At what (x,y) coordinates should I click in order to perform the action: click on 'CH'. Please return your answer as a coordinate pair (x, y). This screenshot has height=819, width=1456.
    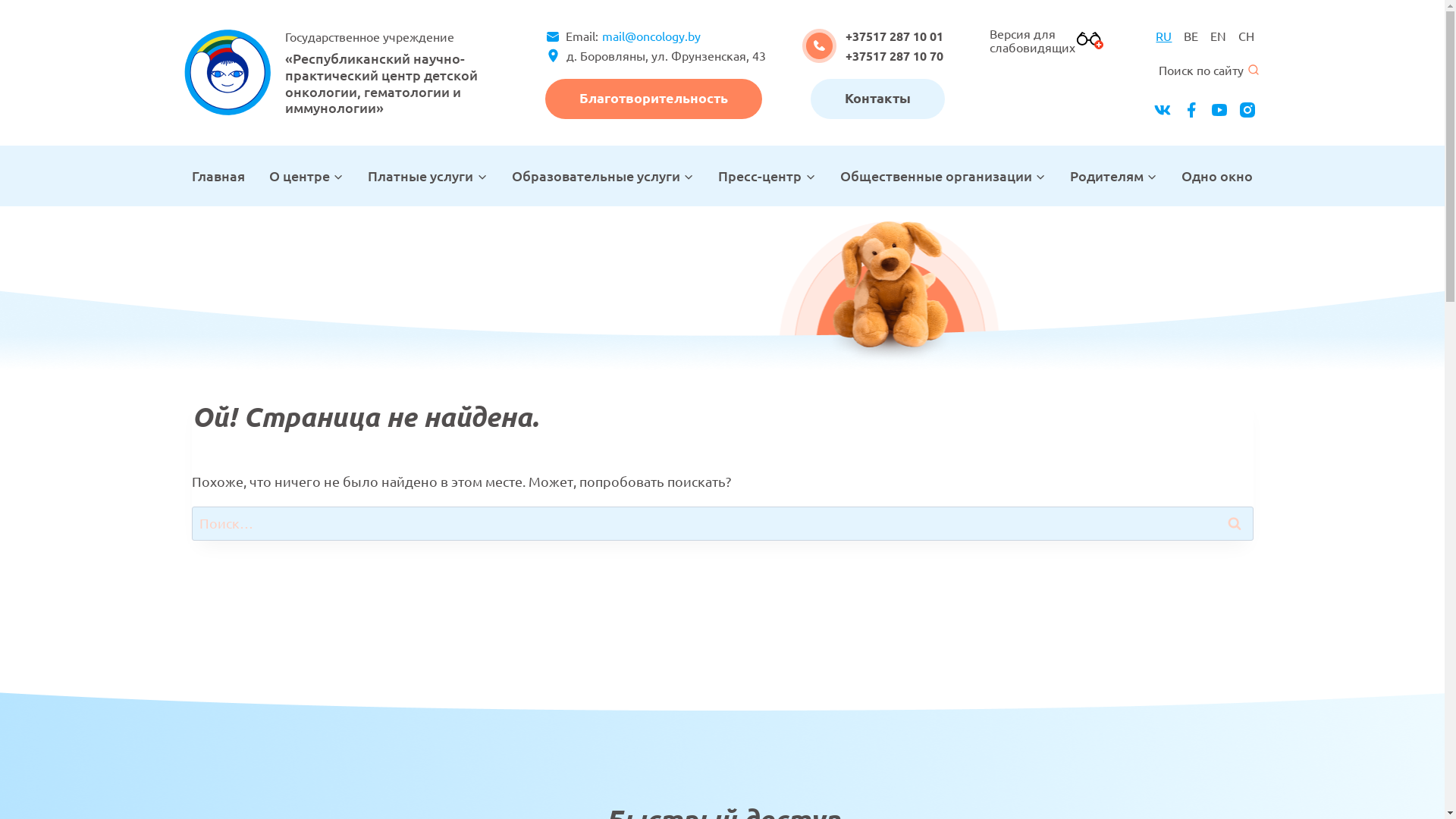
    Looking at the image, I should click on (1246, 35).